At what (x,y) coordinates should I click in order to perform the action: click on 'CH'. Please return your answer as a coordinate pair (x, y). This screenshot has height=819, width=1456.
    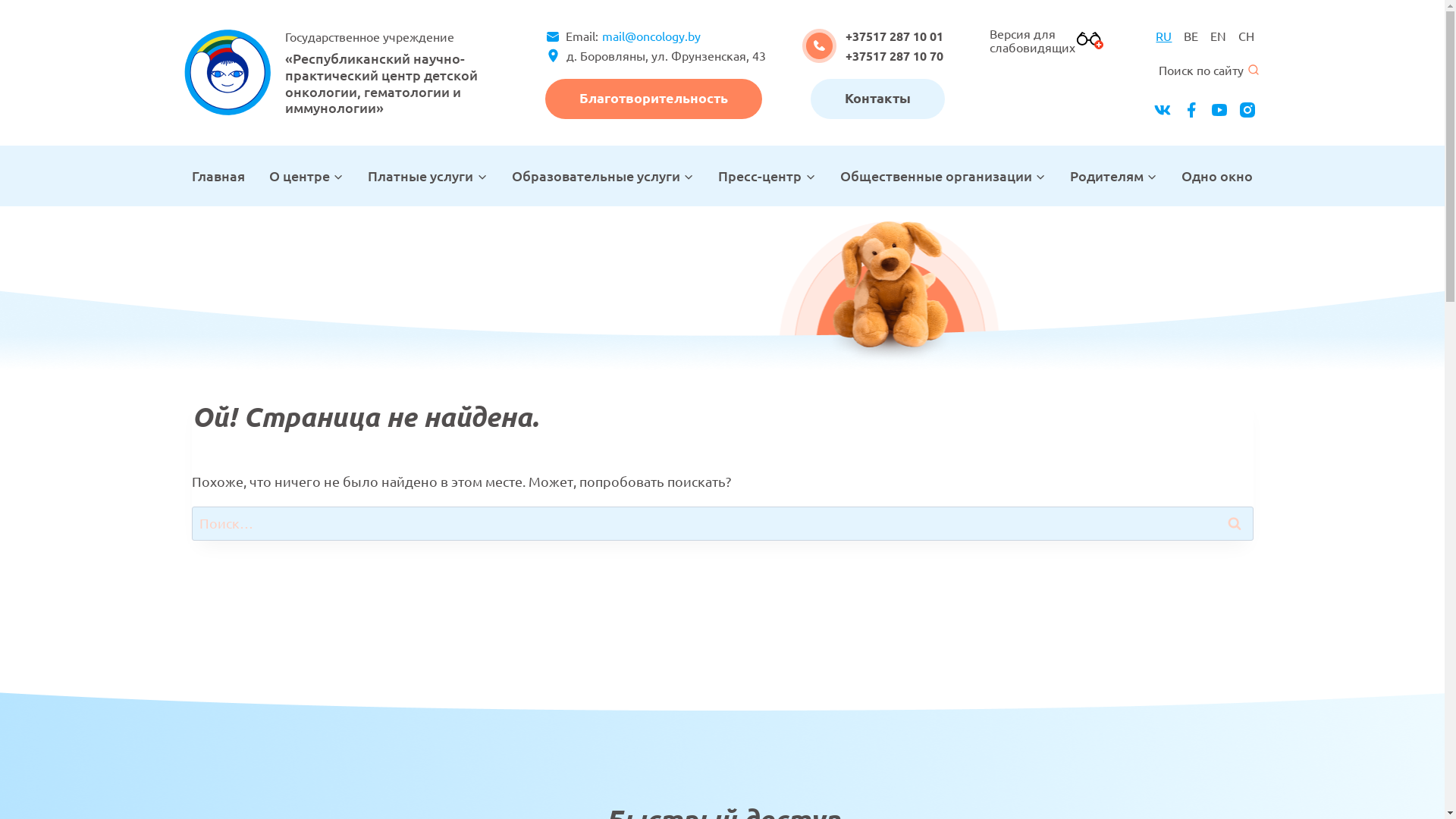
    Looking at the image, I should click on (1246, 35).